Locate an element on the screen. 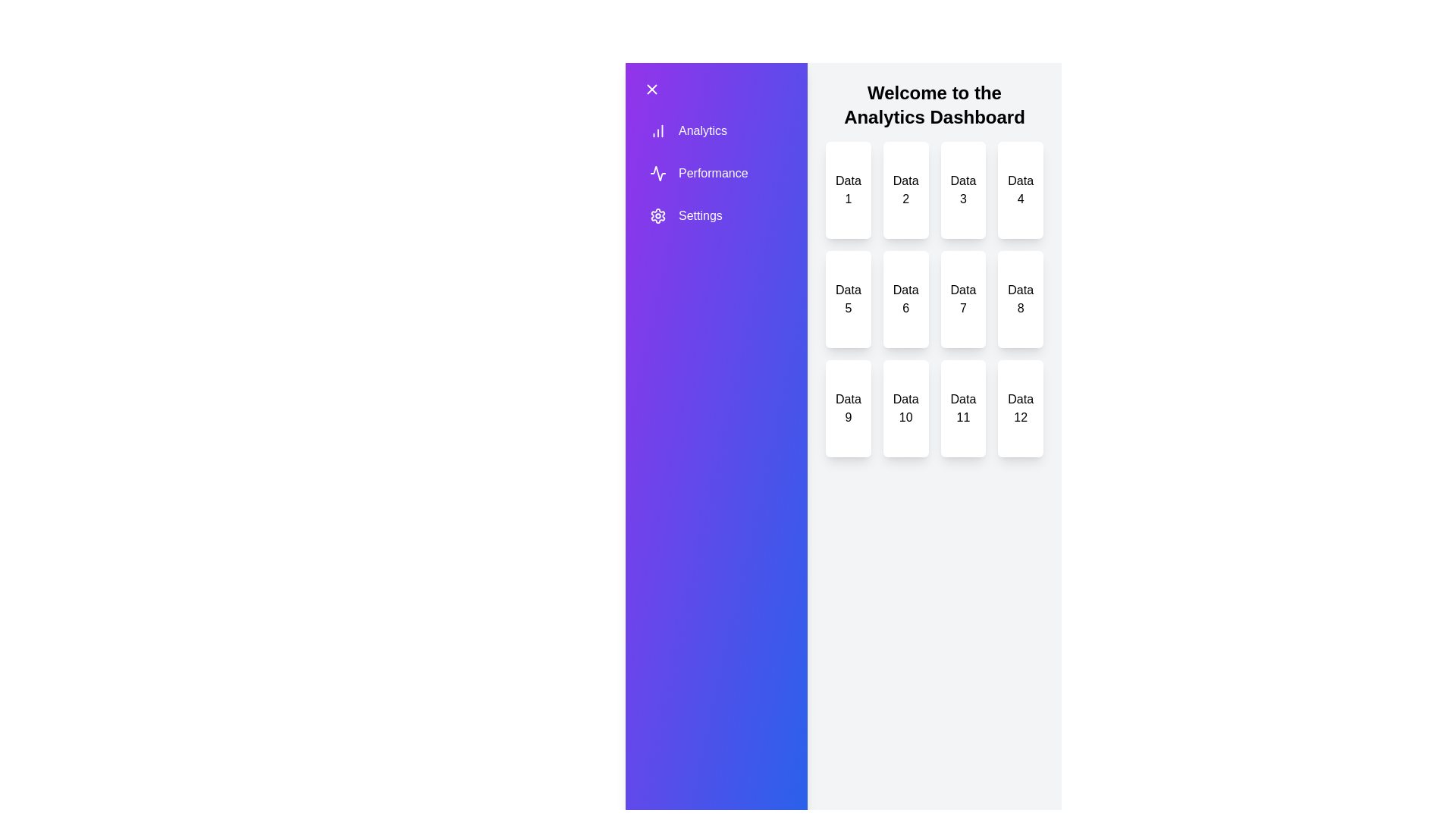 This screenshot has width=1456, height=819. the drawer item labeled Analytics to trigger its hover effect is located at coordinates (698, 130).